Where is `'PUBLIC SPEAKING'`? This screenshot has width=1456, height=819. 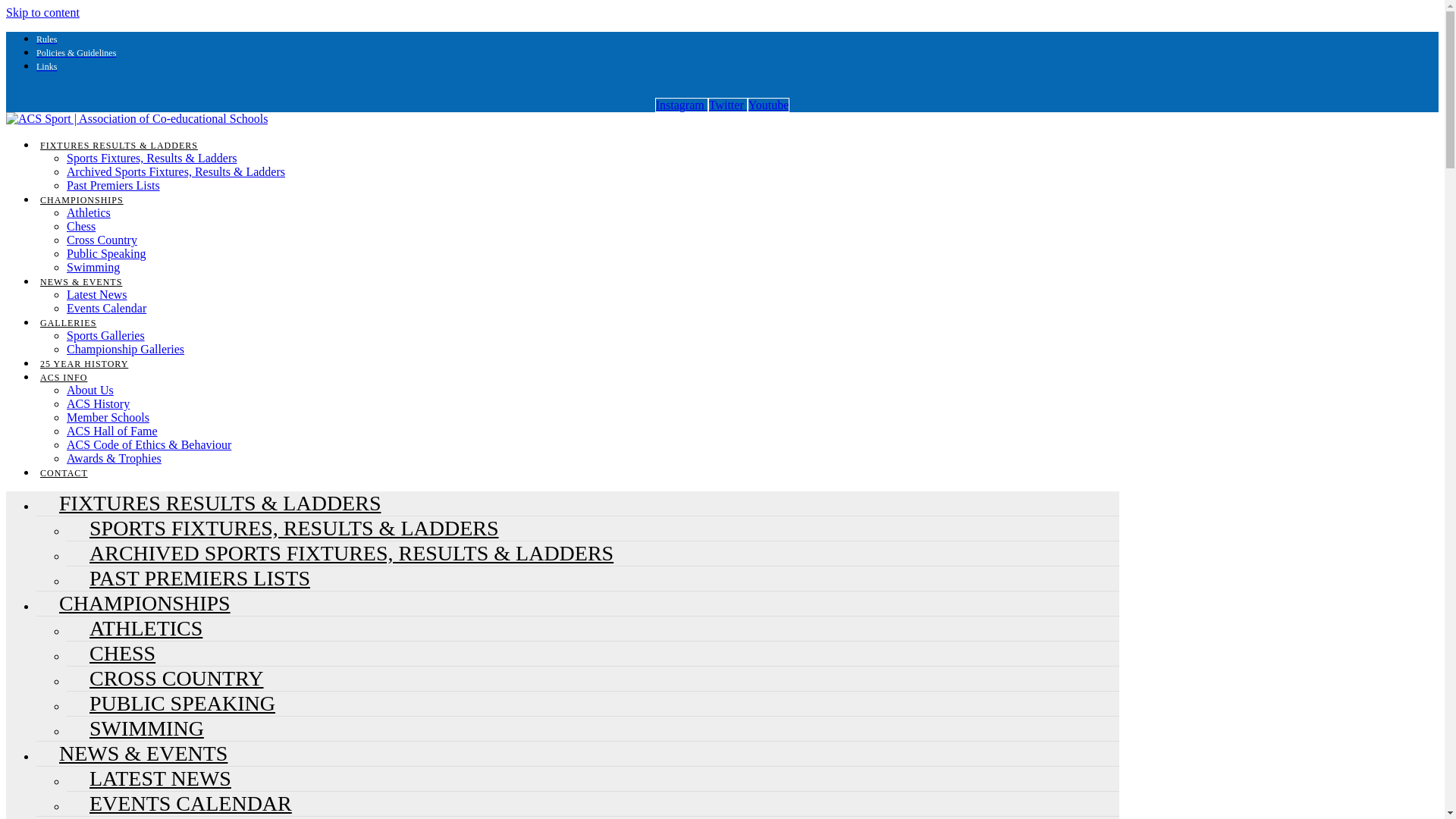
'PUBLIC SPEAKING' is located at coordinates (171, 703).